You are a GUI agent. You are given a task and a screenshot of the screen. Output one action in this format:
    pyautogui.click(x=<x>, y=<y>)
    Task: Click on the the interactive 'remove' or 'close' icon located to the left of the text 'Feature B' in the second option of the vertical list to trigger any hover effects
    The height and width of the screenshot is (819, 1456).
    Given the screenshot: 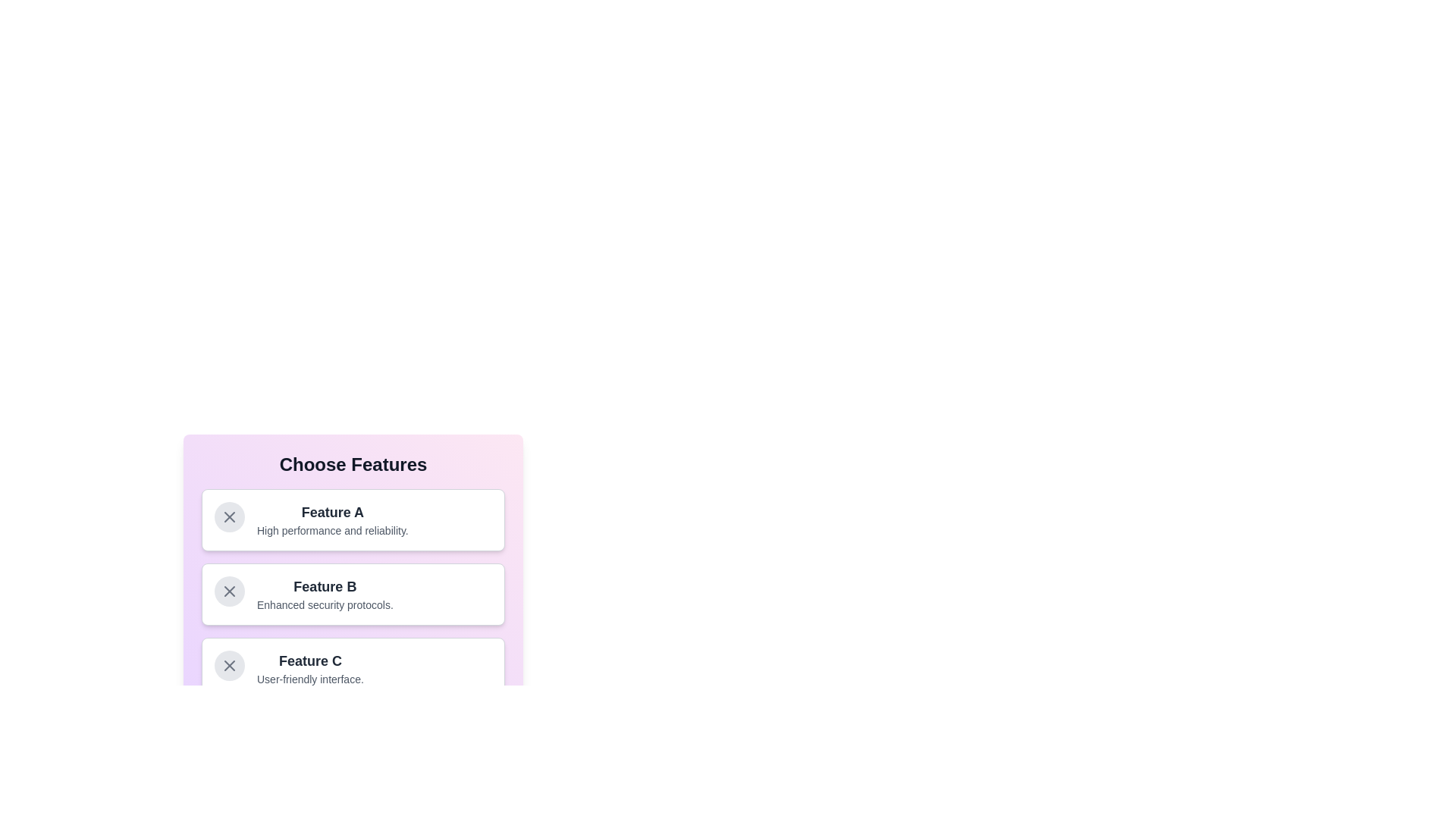 What is the action you would take?
    pyautogui.click(x=228, y=590)
    